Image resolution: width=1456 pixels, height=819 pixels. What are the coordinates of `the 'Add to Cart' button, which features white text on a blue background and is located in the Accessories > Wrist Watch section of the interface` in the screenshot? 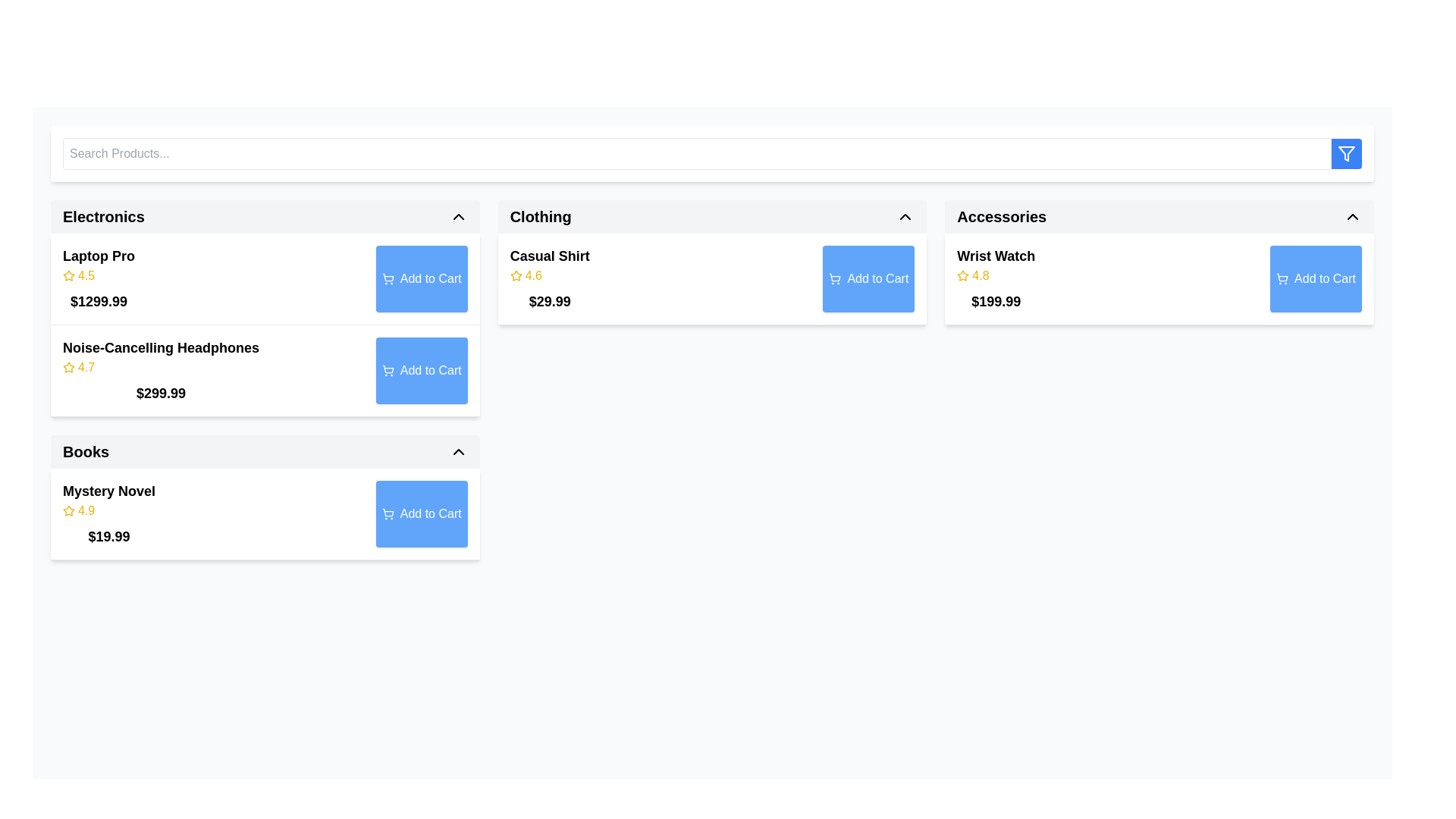 It's located at (1324, 278).